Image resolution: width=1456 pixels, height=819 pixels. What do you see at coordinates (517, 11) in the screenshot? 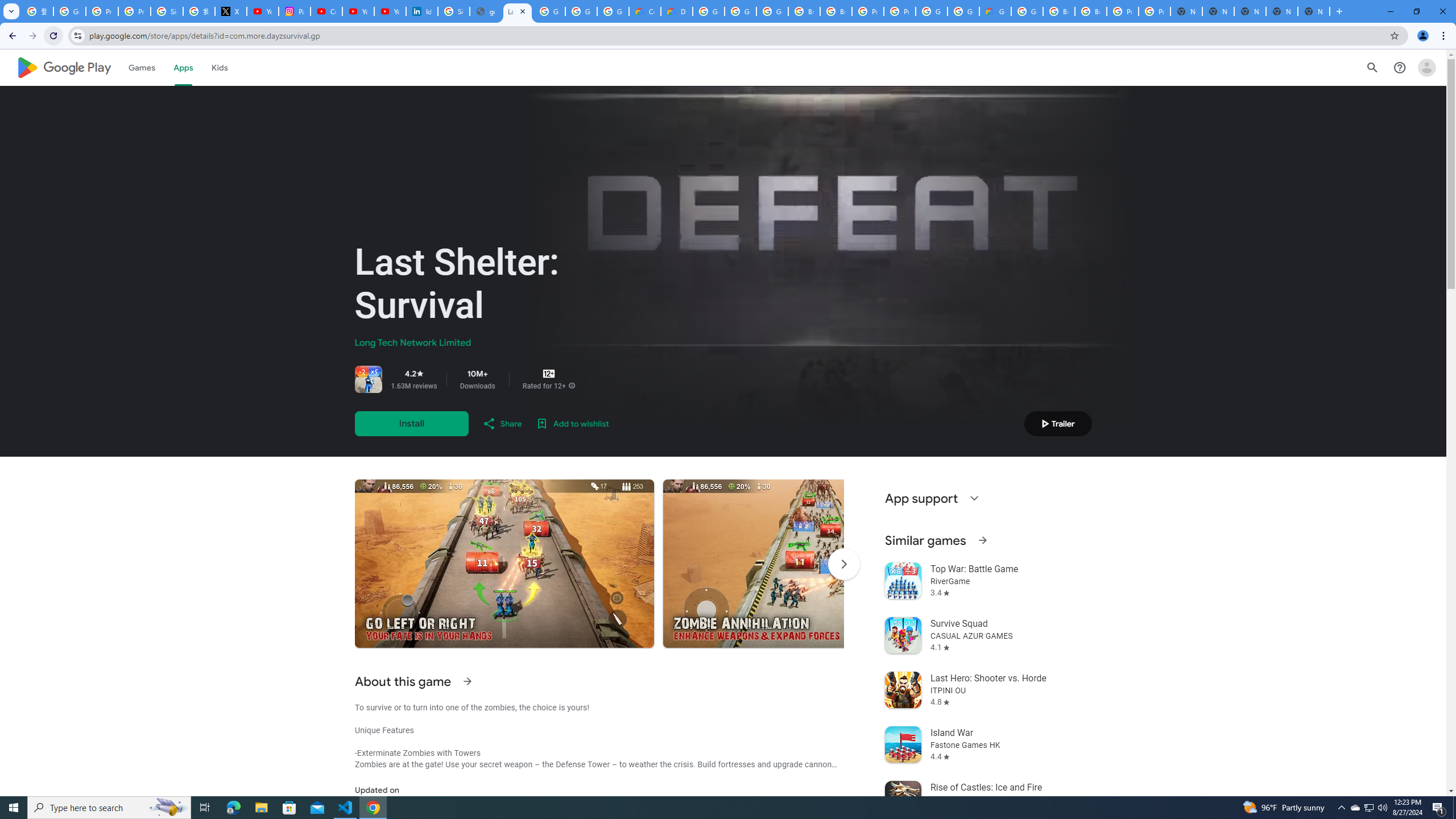
I see `'Last Shelter: Survival - Apps on Google Play'` at bounding box center [517, 11].